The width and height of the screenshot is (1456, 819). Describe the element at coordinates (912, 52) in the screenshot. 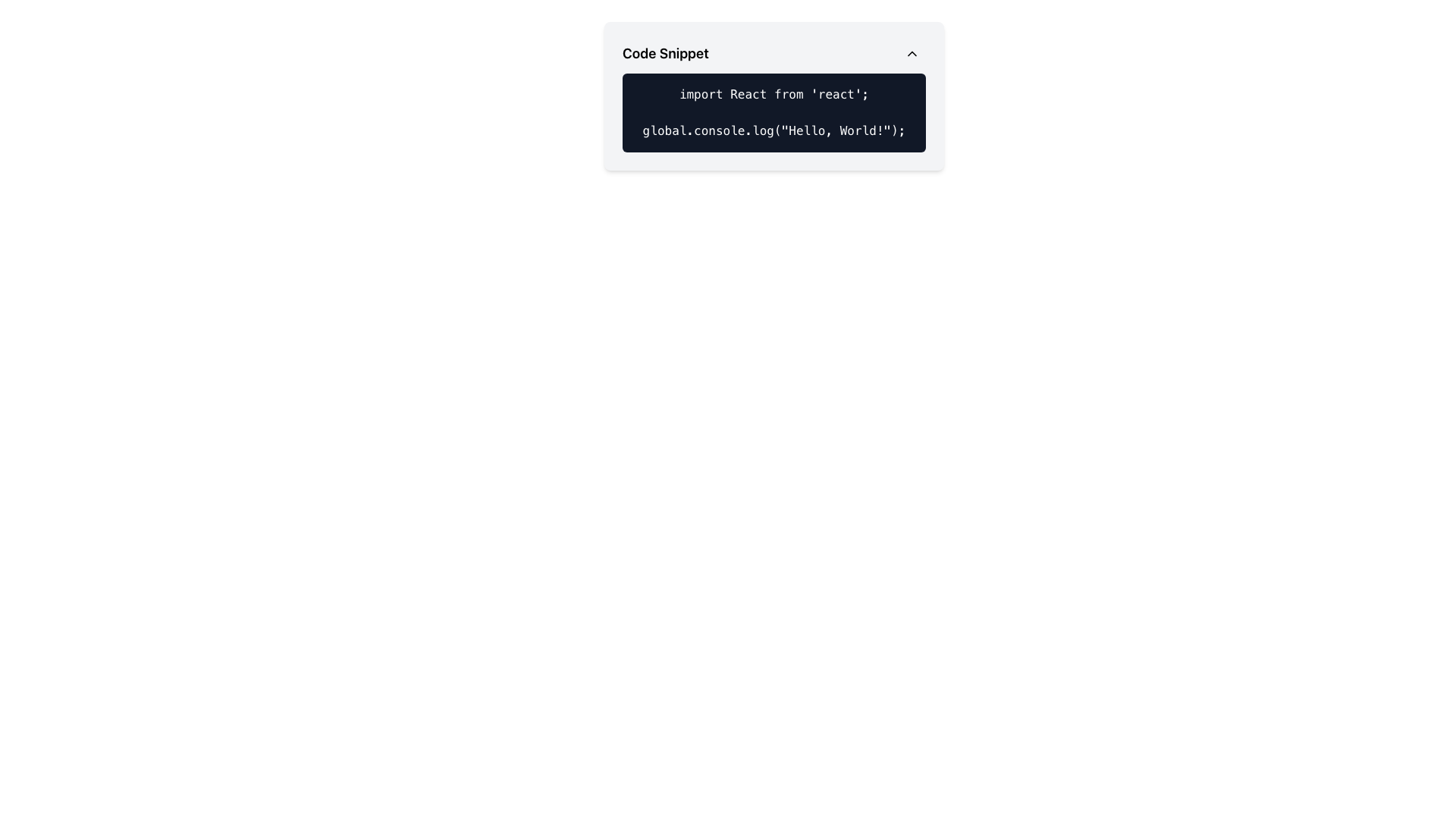

I see `the triangular-shaped icon button with an embedded SVG graphic located at the top-right corner of the 'Code Snippet' header` at that location.